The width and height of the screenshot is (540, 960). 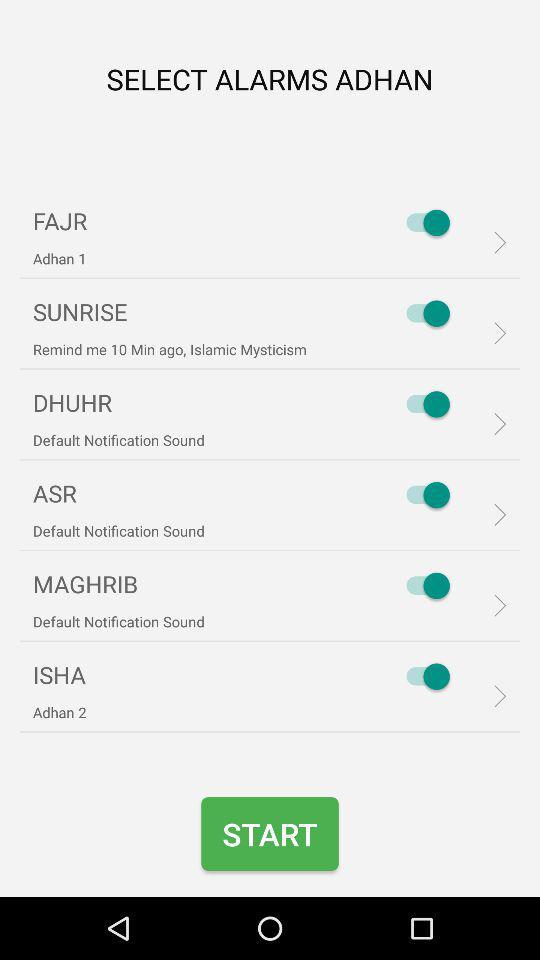 What do you see at coordinates (422, 223) in the screenshot?
I see `the first switch on the web page` at bounding box center [422, 223].